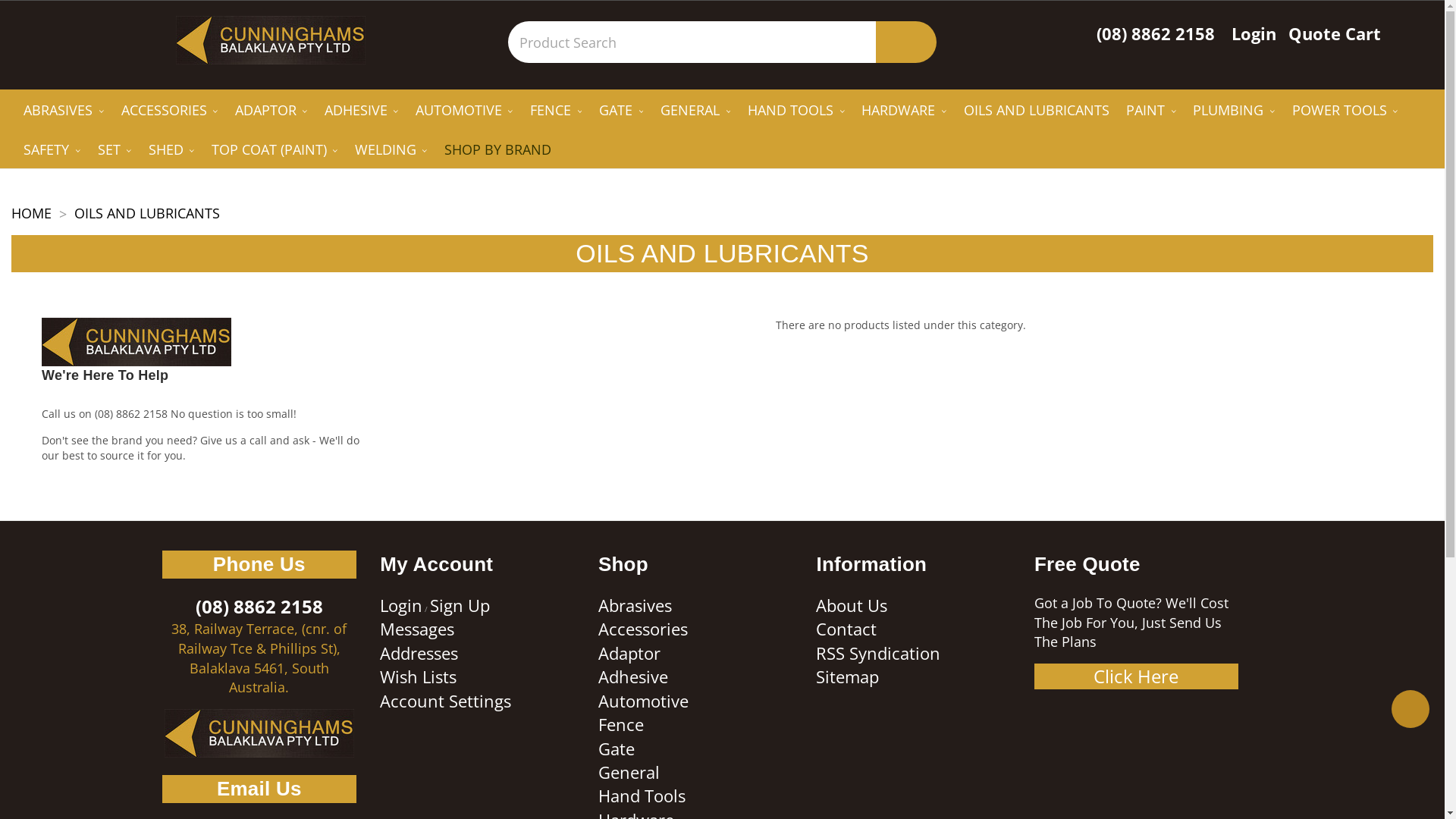 This screenshot has height=819, width=1456. I want to click on 'Addresses', so click(419, 651).